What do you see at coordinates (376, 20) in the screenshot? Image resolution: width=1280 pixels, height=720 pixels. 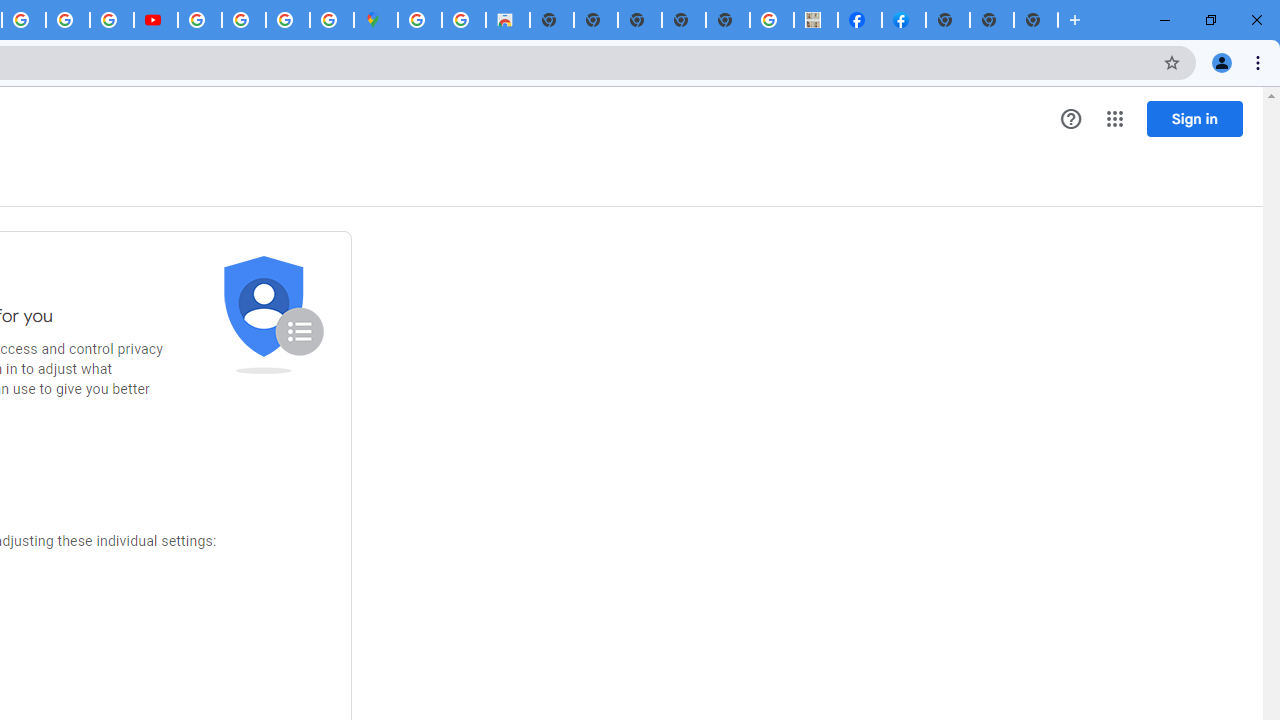 I see `'Google Maps'` at bounding box center [376, 20].